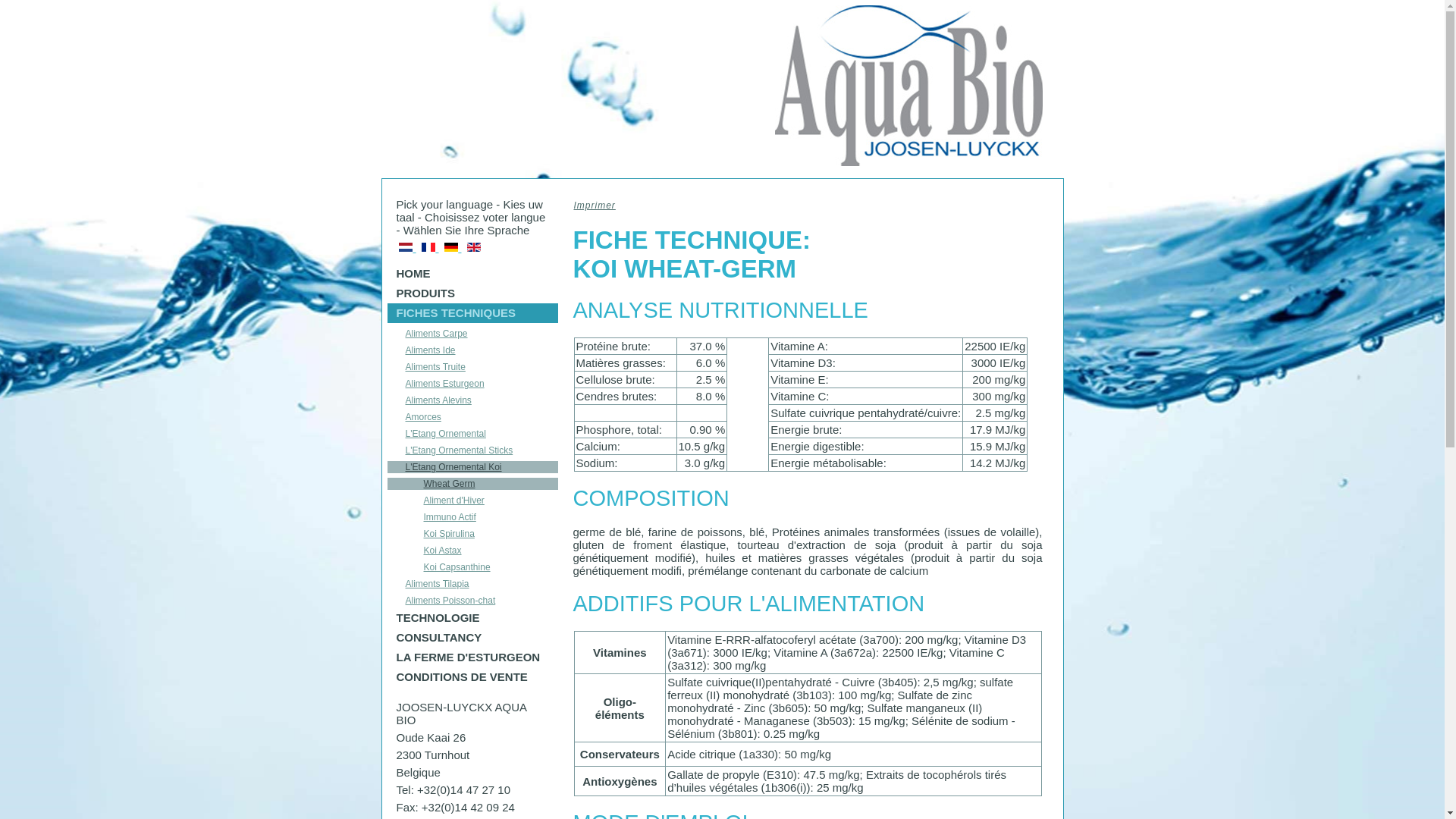 The height and width of the screenshot is (819, 1456). What do you see at coordinates (471, 676) in the screenshot?
I see `'CONDITIONS DE VENTE'` at bounding box center [471, 676].